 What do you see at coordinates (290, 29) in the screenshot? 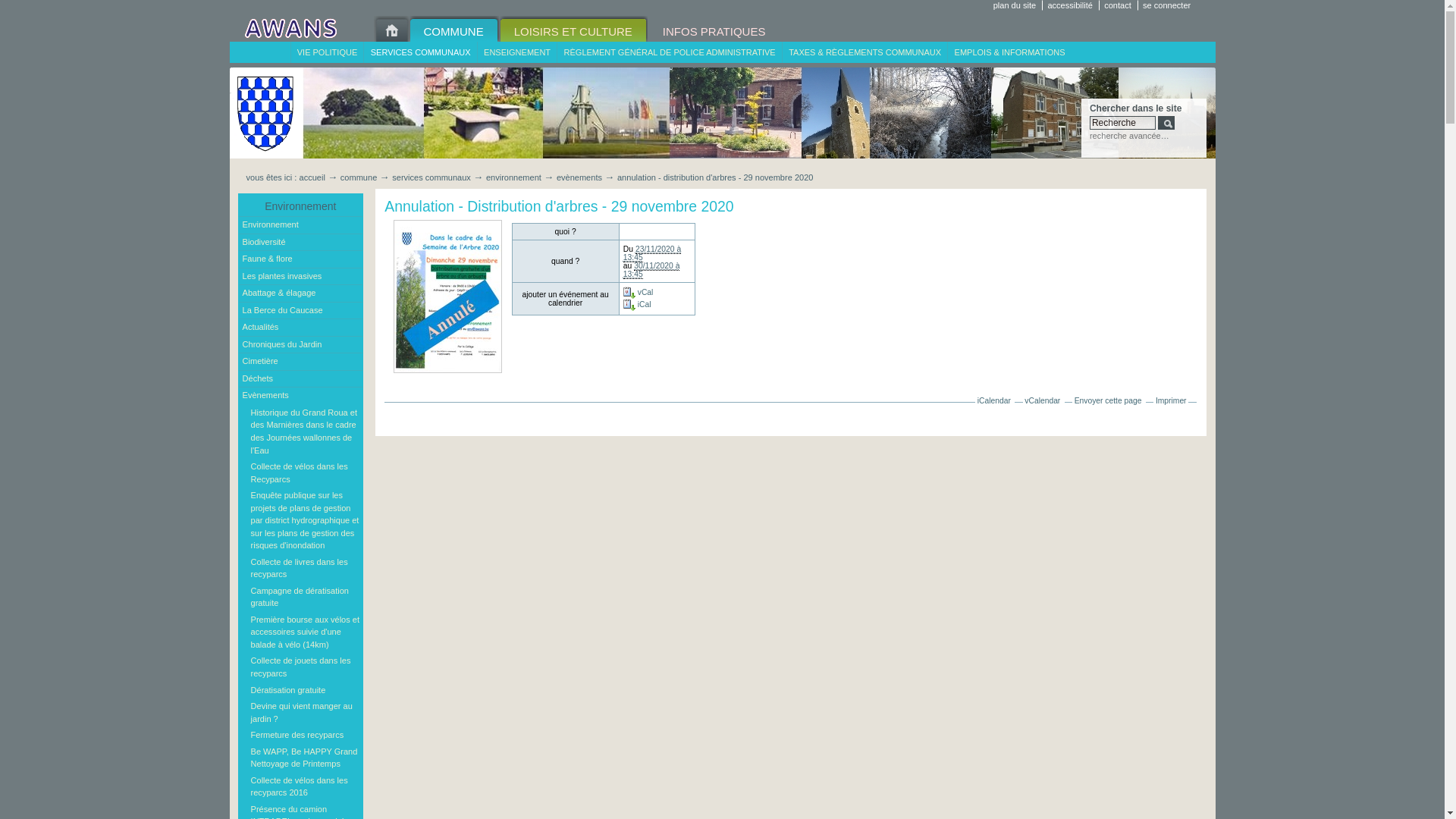
I see `'Logo Awans'` at bounding box center [290, 29].